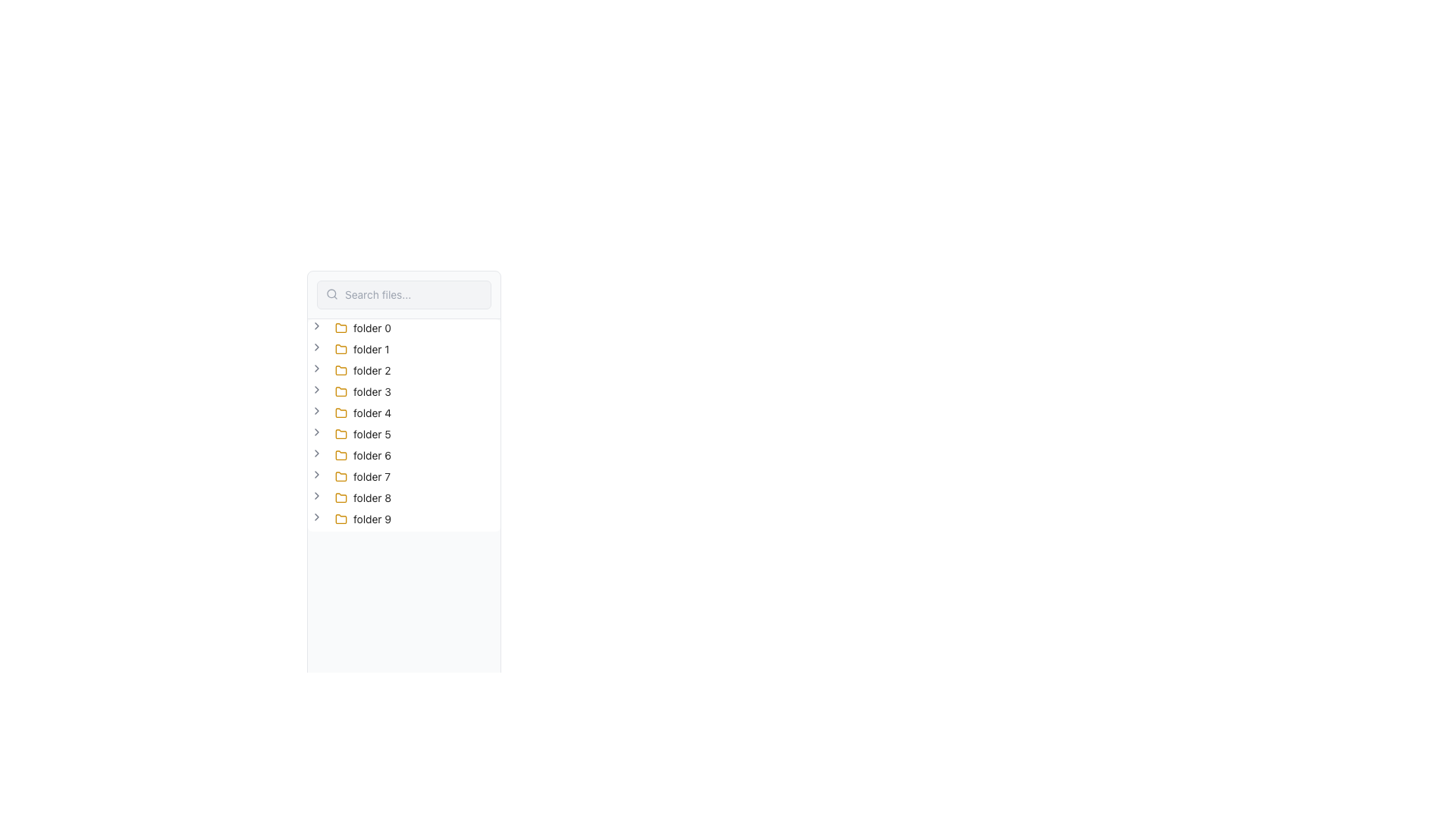 The height and width of the screenshot is (819, 1456). Describe the element at coordinates (352, 391) in the screenshot. I see `the expandable arrow icon of the 'folder 3' item in the vertical file tree structure` at that location.